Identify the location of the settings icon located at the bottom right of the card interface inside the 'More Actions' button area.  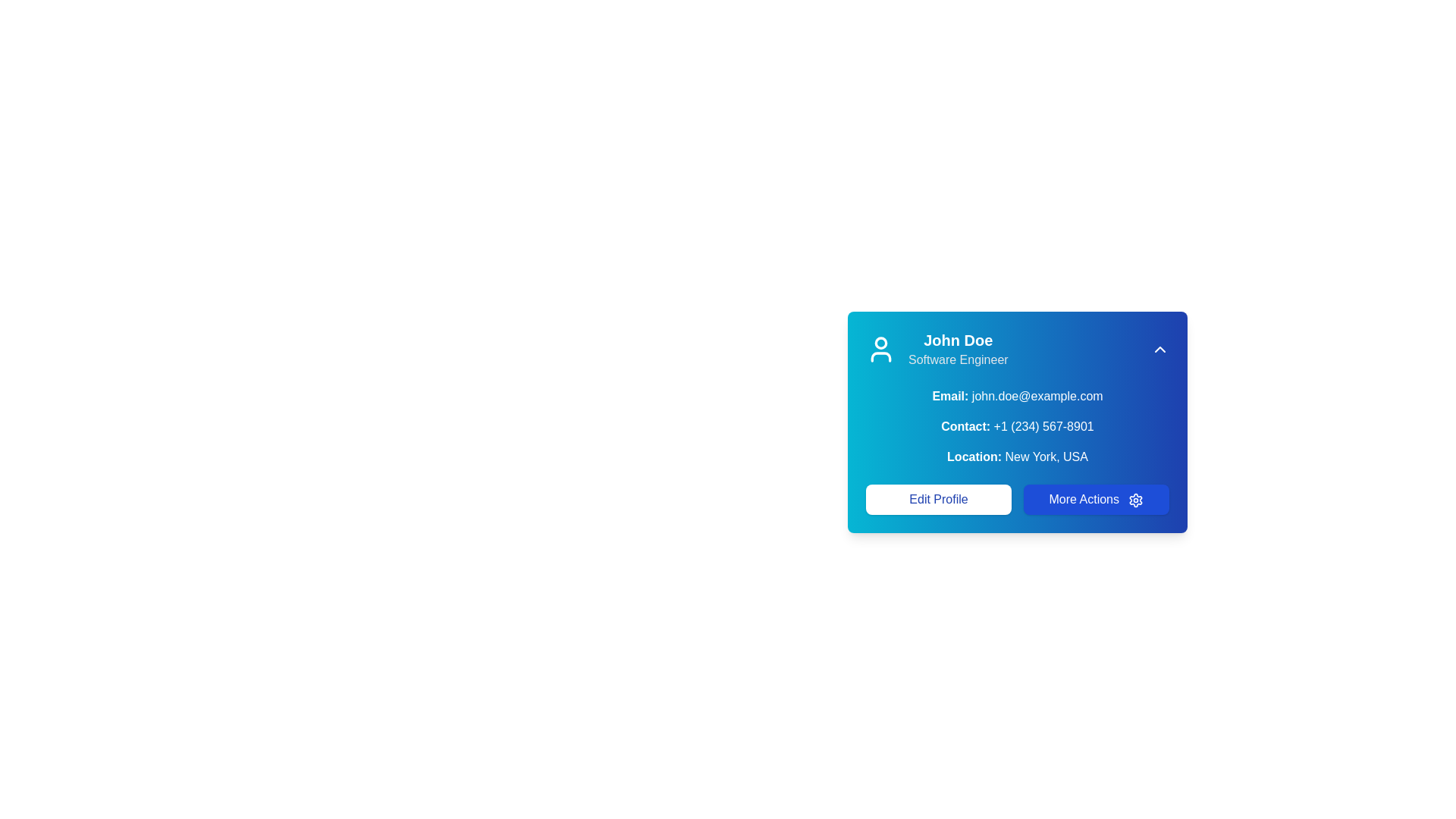
(1136, 500).